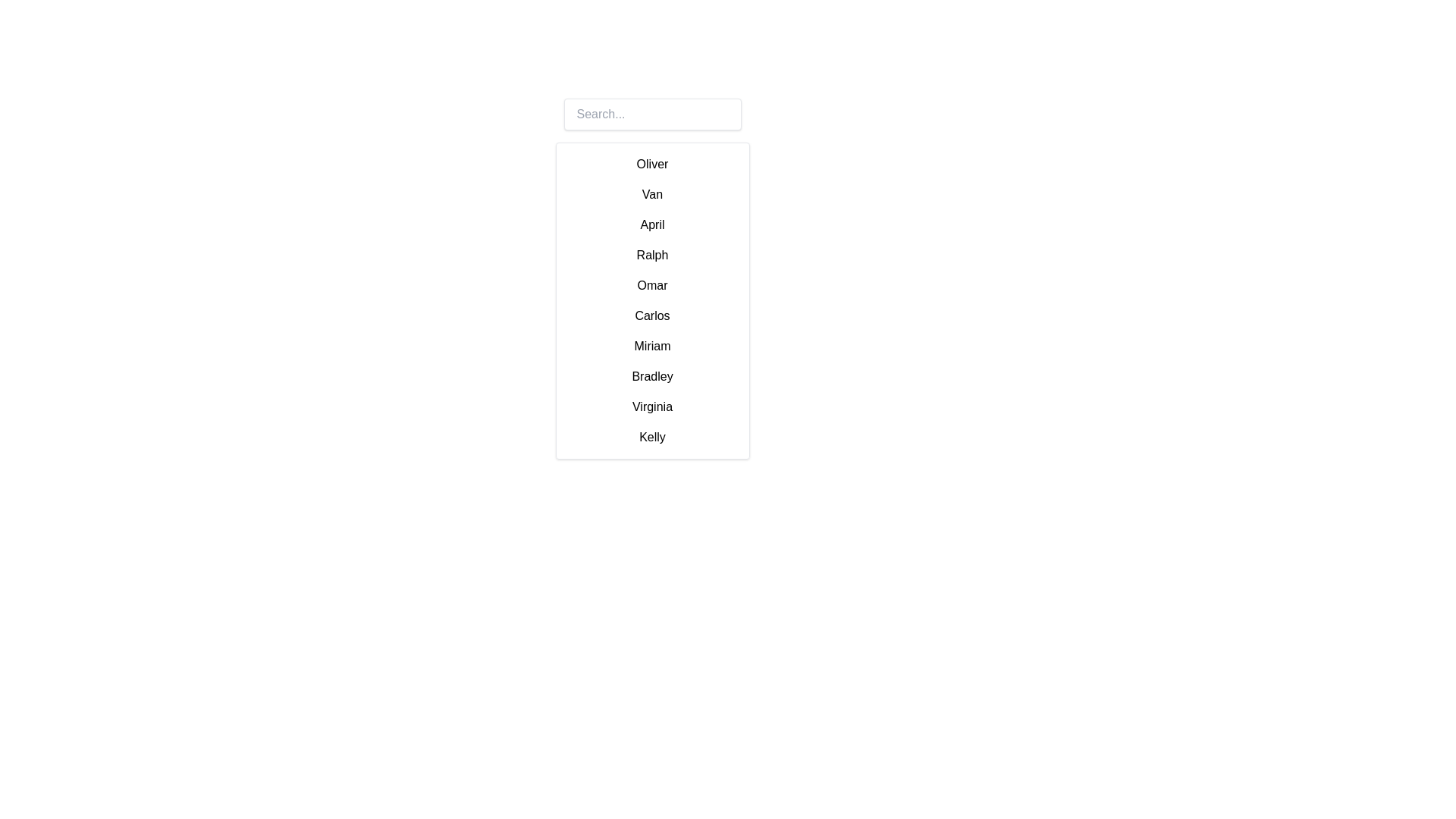 This screenshot has height=819, width=1456. Describe the element at coordinates (652, 315) in the screenshot. I see `the dropdown menu list item displaying the name 'Carlos'` at that location.